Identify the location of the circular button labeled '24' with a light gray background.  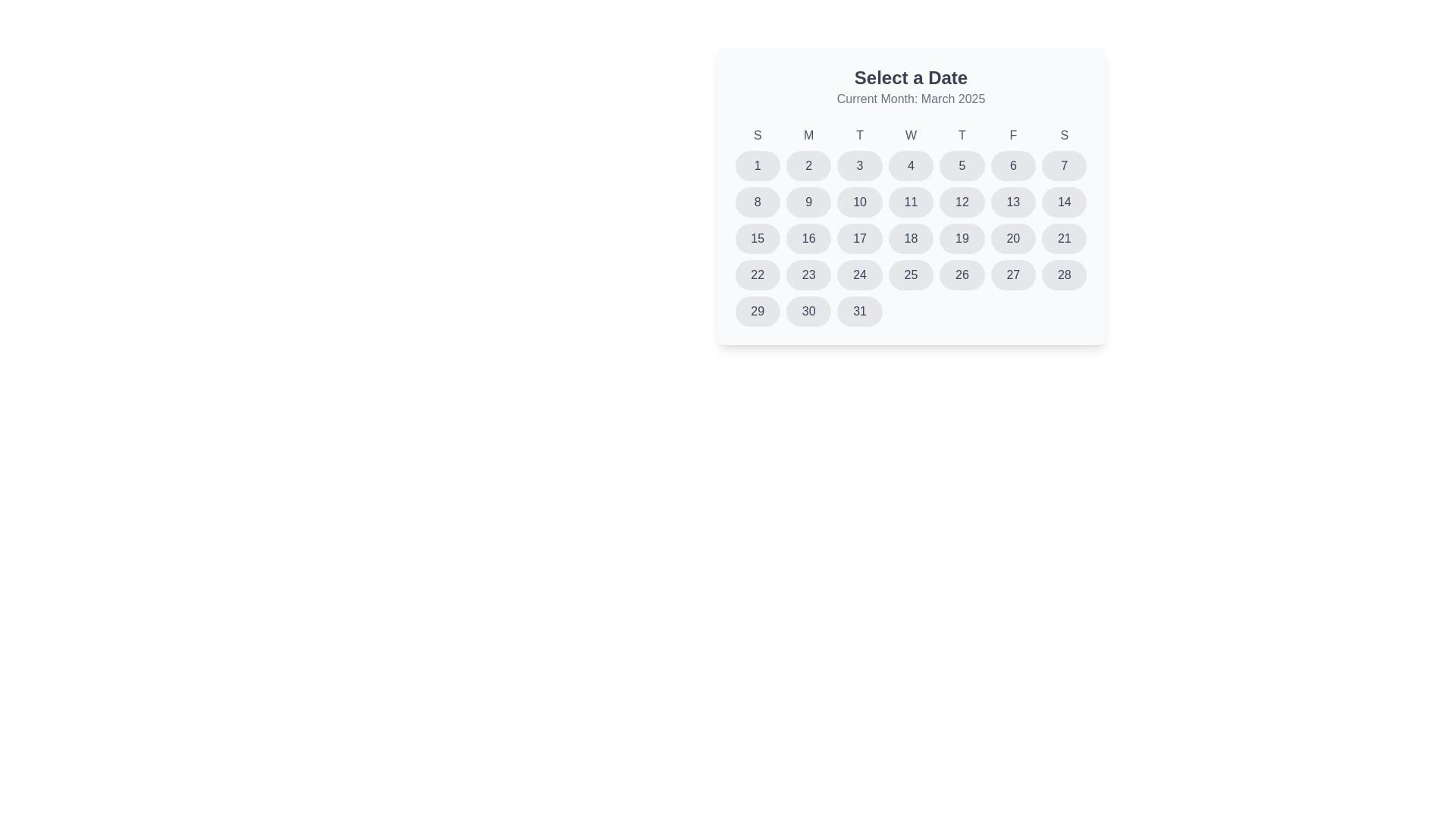
(860, 275).